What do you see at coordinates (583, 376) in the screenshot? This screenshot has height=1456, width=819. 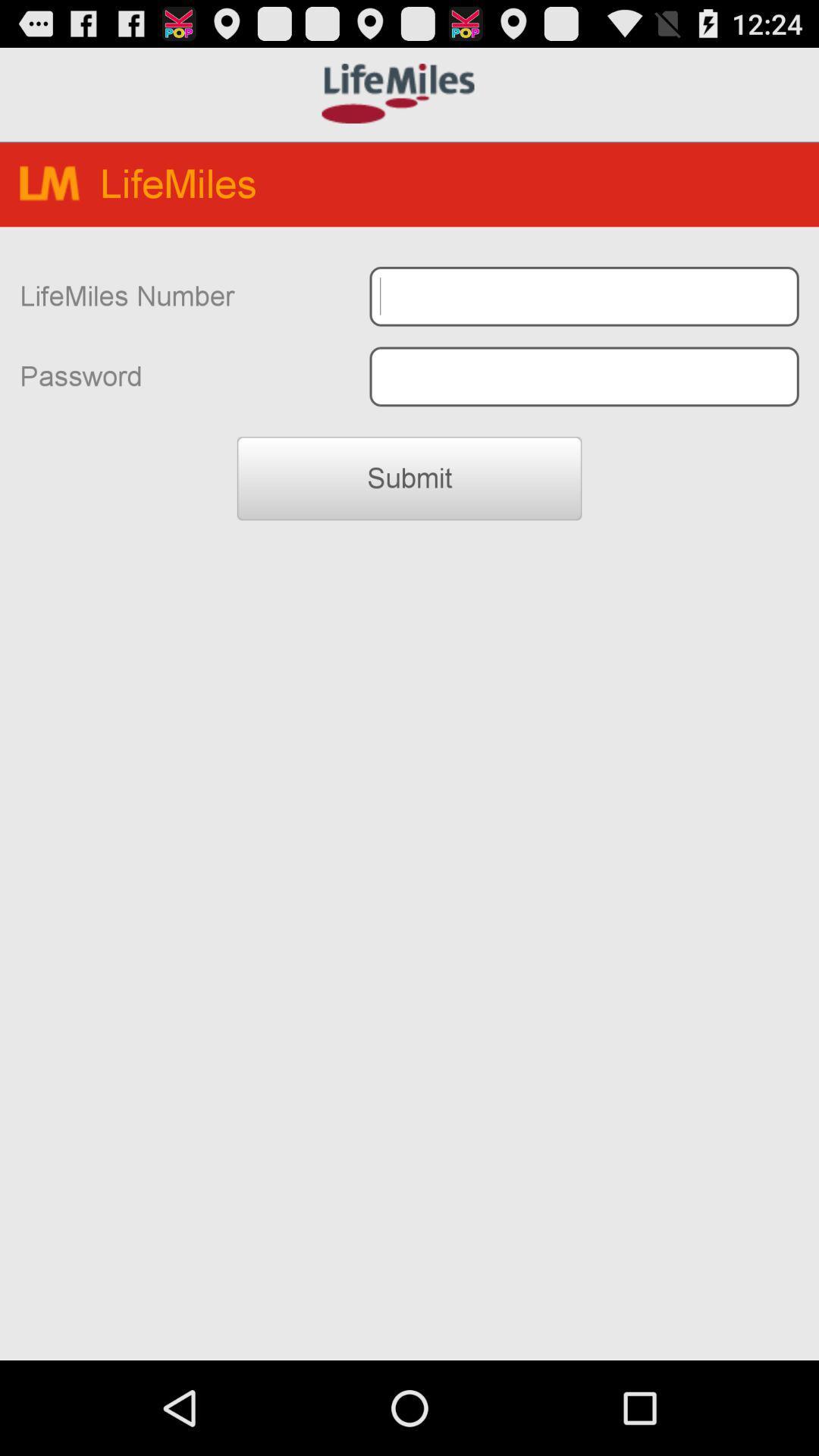 I see `click on the input password option` at bounding box center [583, 376].